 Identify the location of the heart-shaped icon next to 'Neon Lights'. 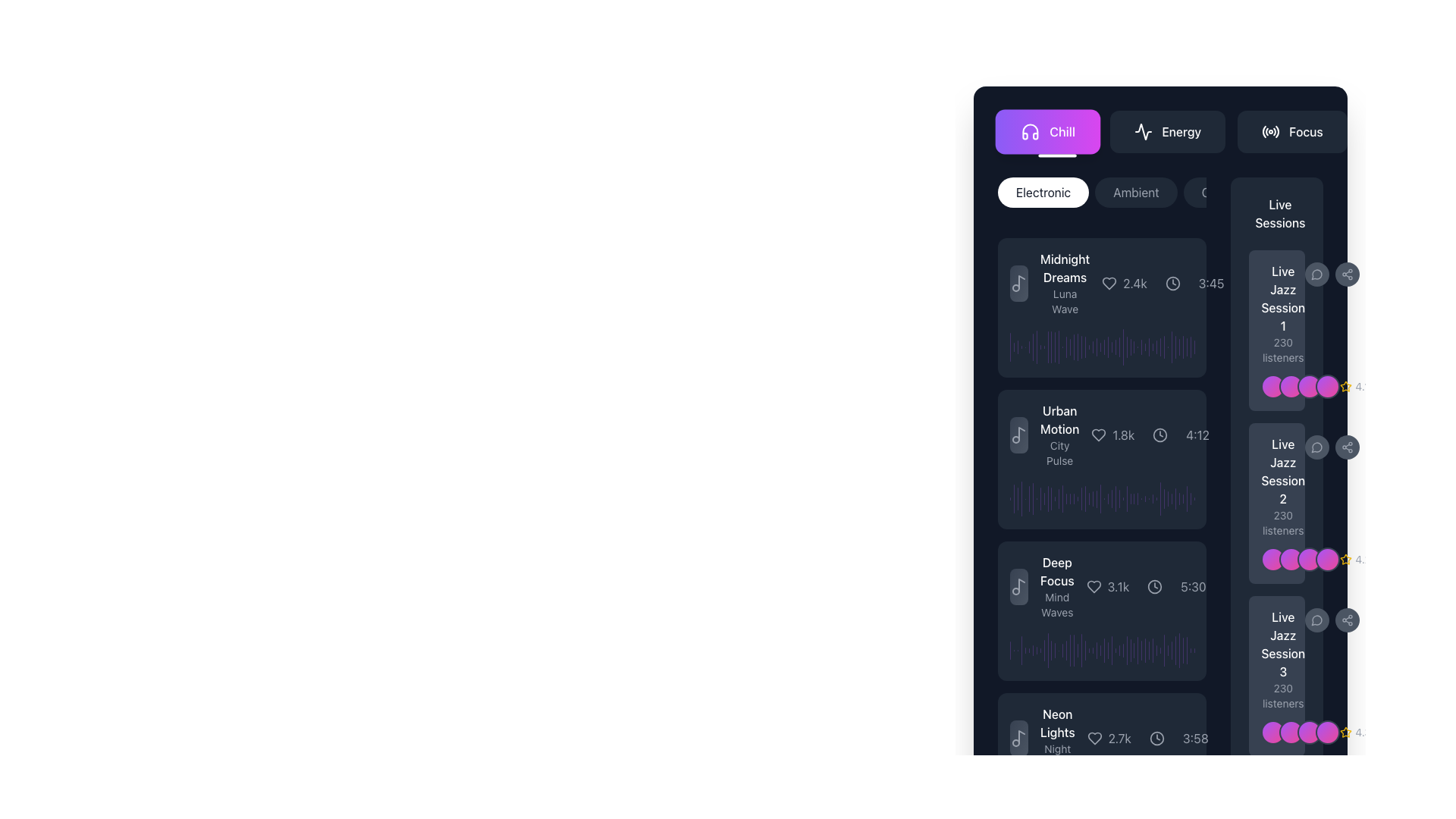
(1094, 738).